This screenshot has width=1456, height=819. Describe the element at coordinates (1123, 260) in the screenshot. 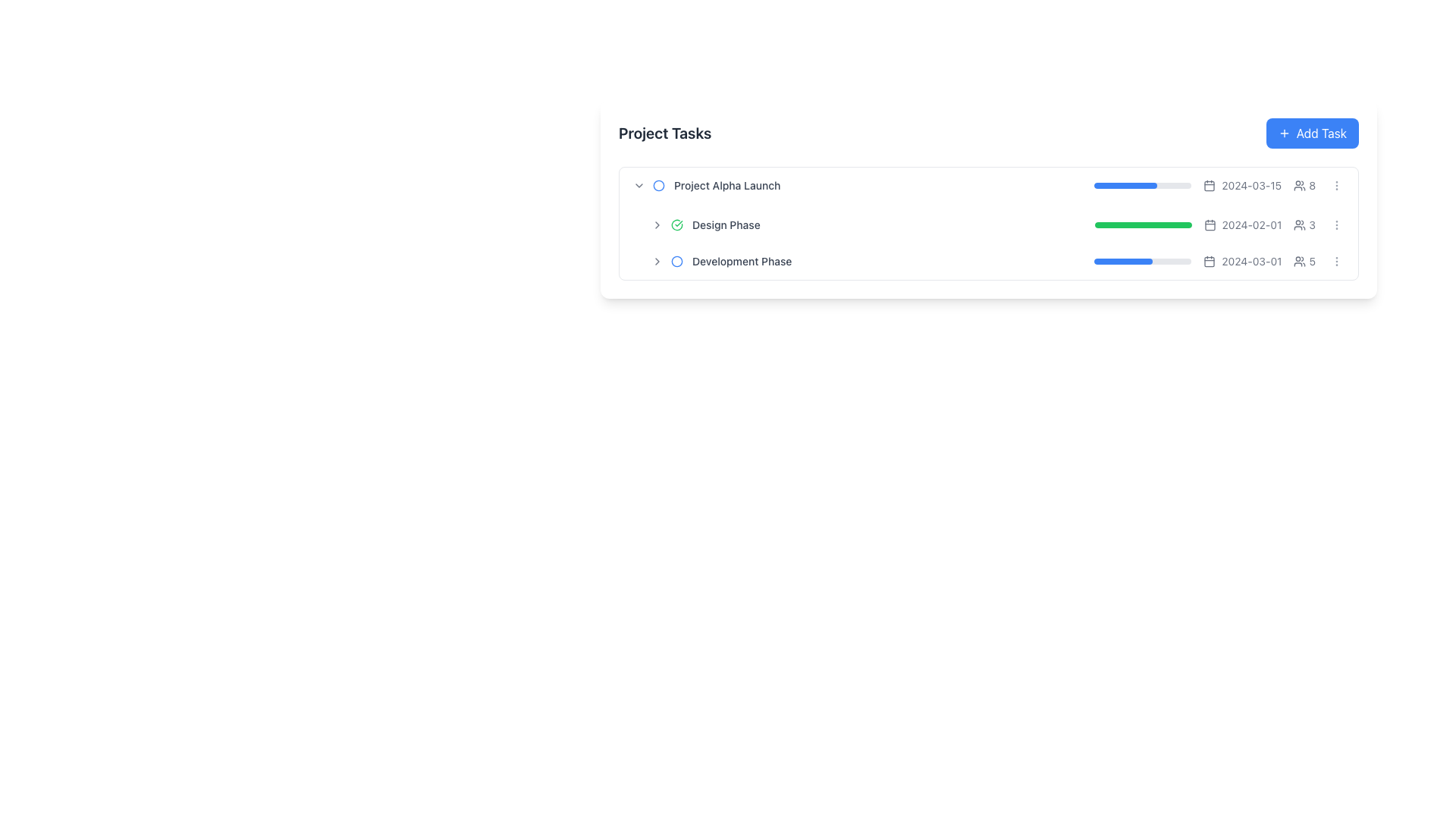

I see `the filled portion of the progress bar indicating 60% completion for the 'Development Phase' in the task list interface` at that location.